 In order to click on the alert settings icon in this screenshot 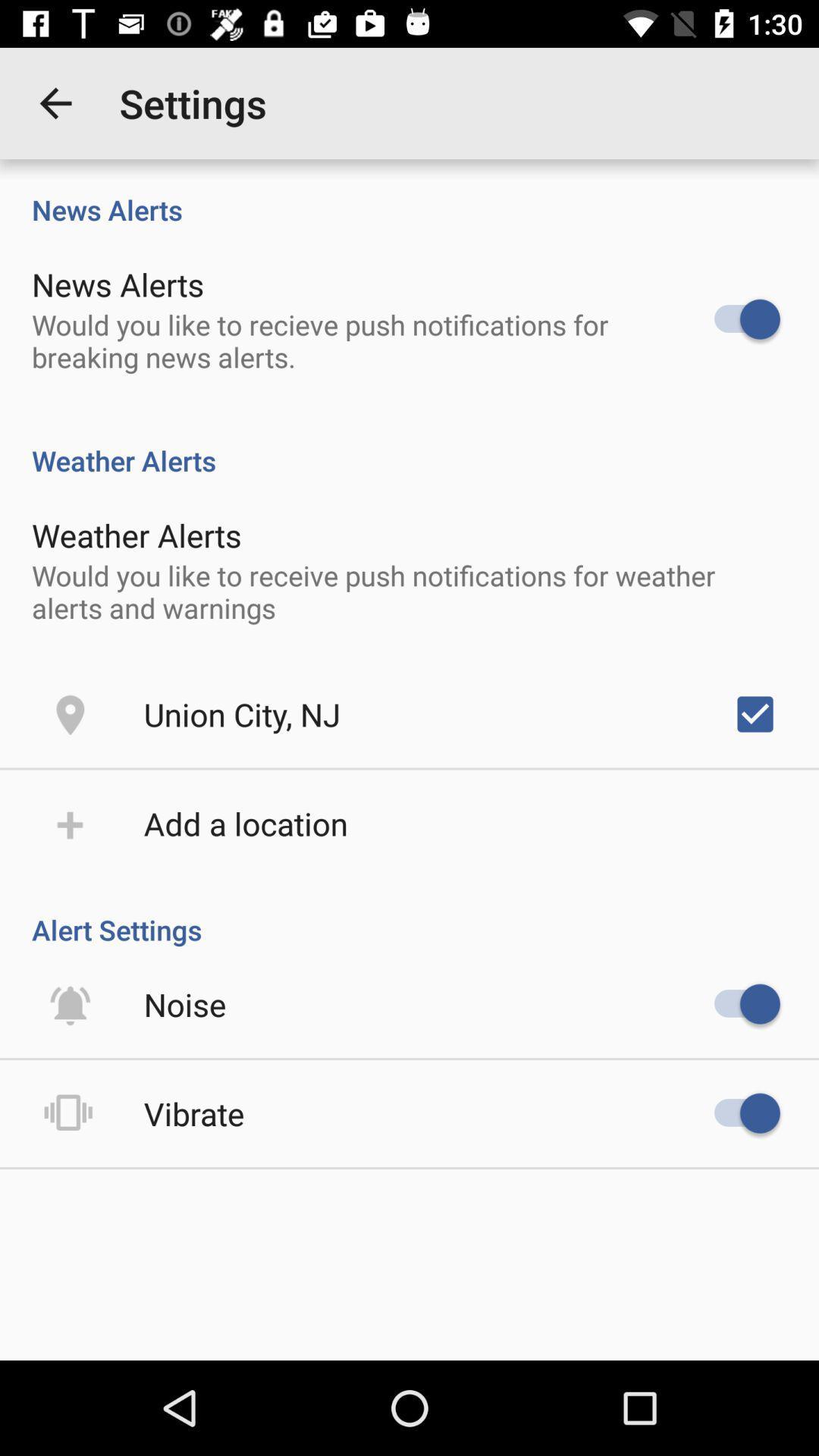, I will do `click(409, 913)`.